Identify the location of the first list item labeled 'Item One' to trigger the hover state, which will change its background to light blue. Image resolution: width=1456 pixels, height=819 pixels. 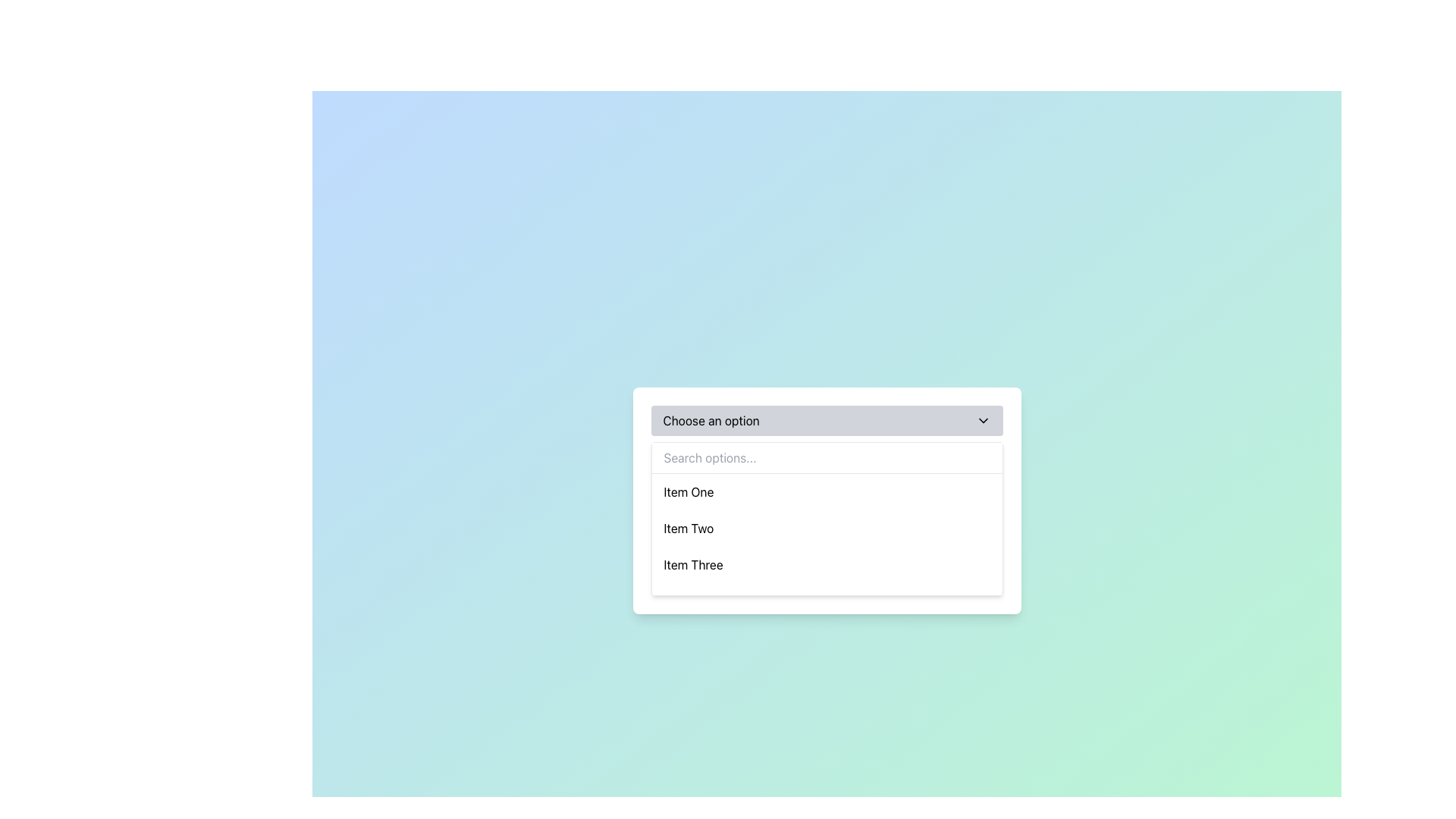
(826, 491).